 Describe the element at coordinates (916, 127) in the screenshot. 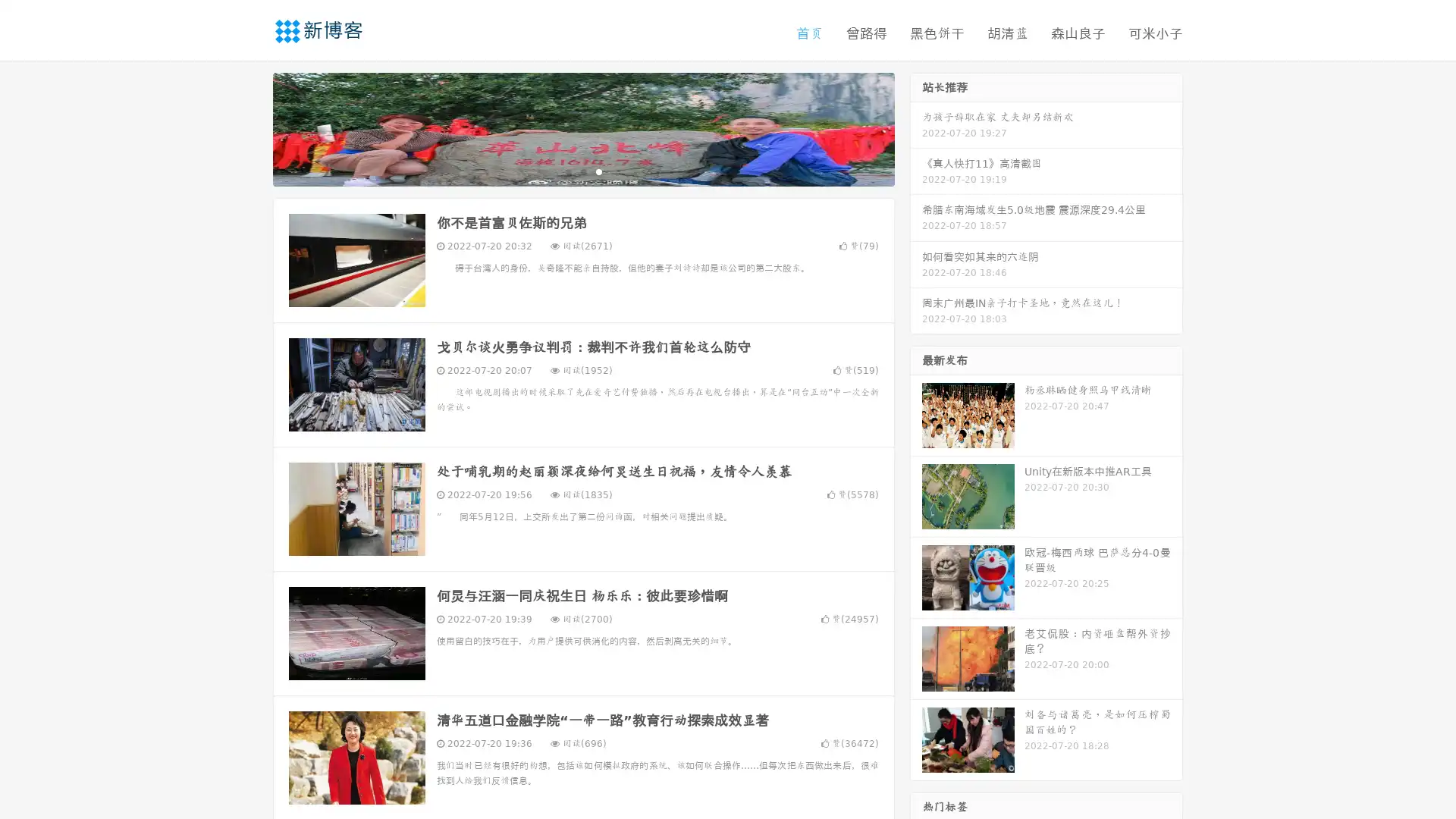

I see `Next slide` at that location.